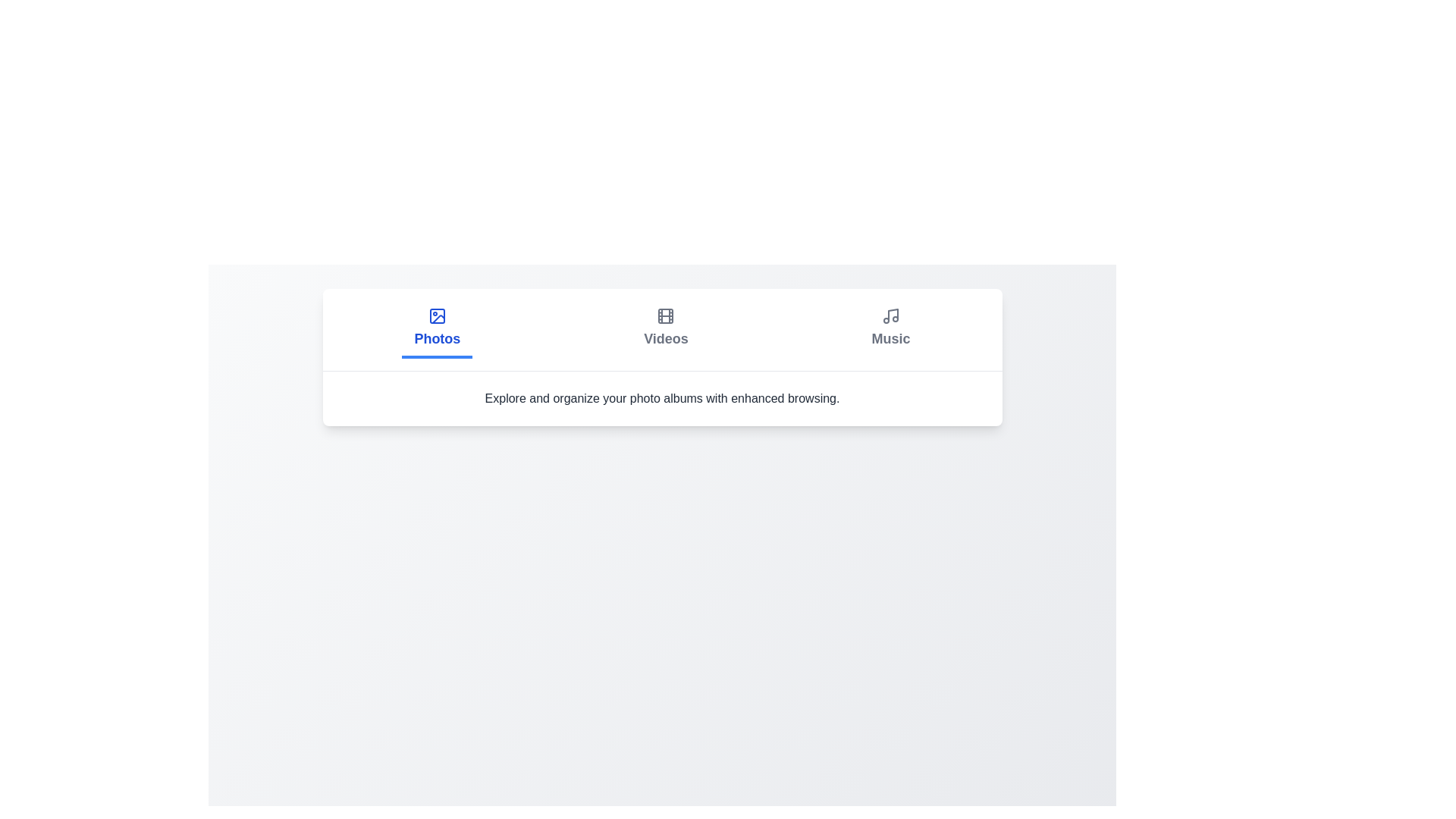 The image size is (1456, 819). What do you see at coordinates (891, 329) in the screenshot?
I see `the Music tab by clicking on it` at bounding box center [891, 329].